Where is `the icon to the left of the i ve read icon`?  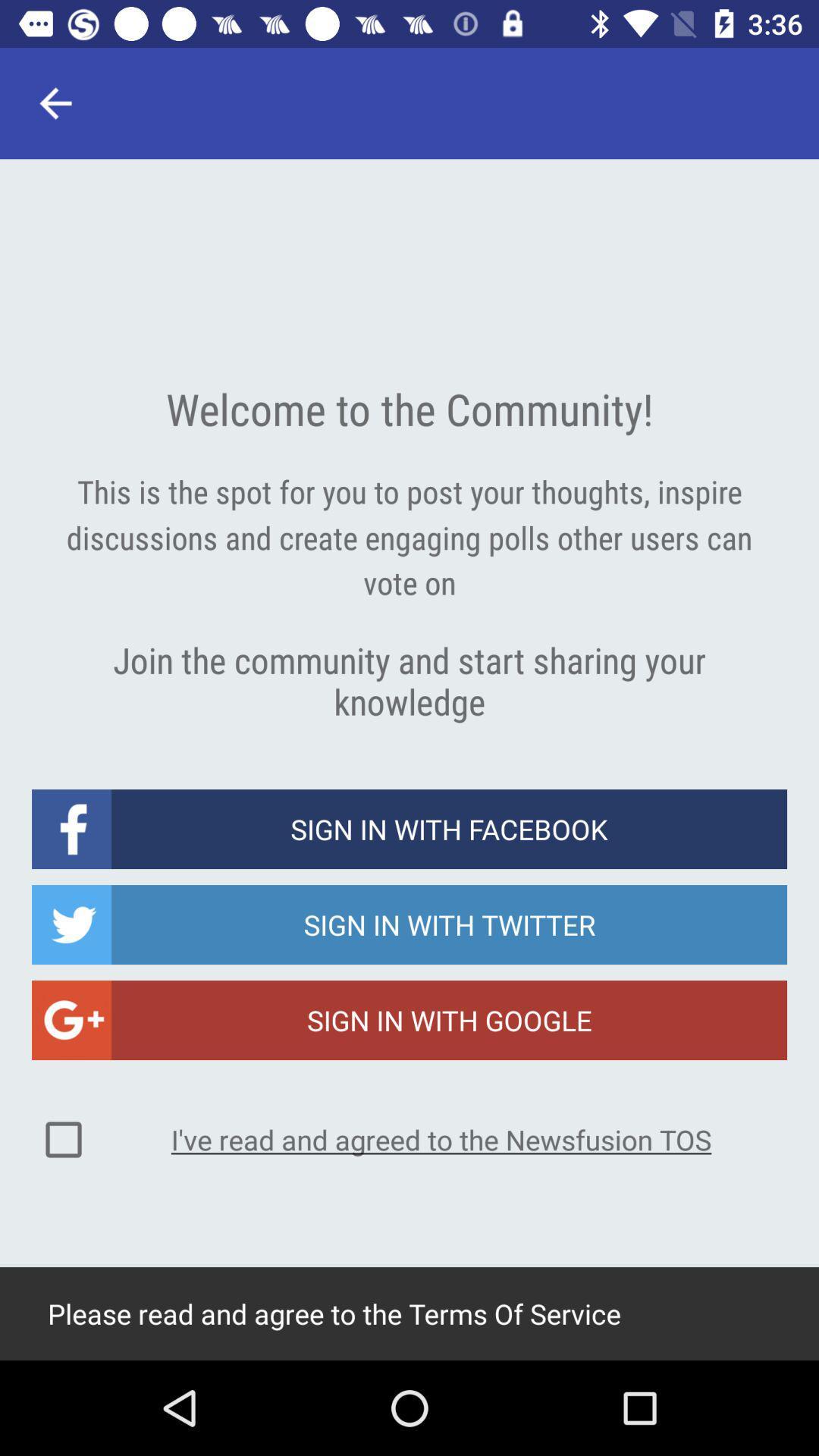 the icon to the left of the i ve read icon is located at coordinates (63, 1139).